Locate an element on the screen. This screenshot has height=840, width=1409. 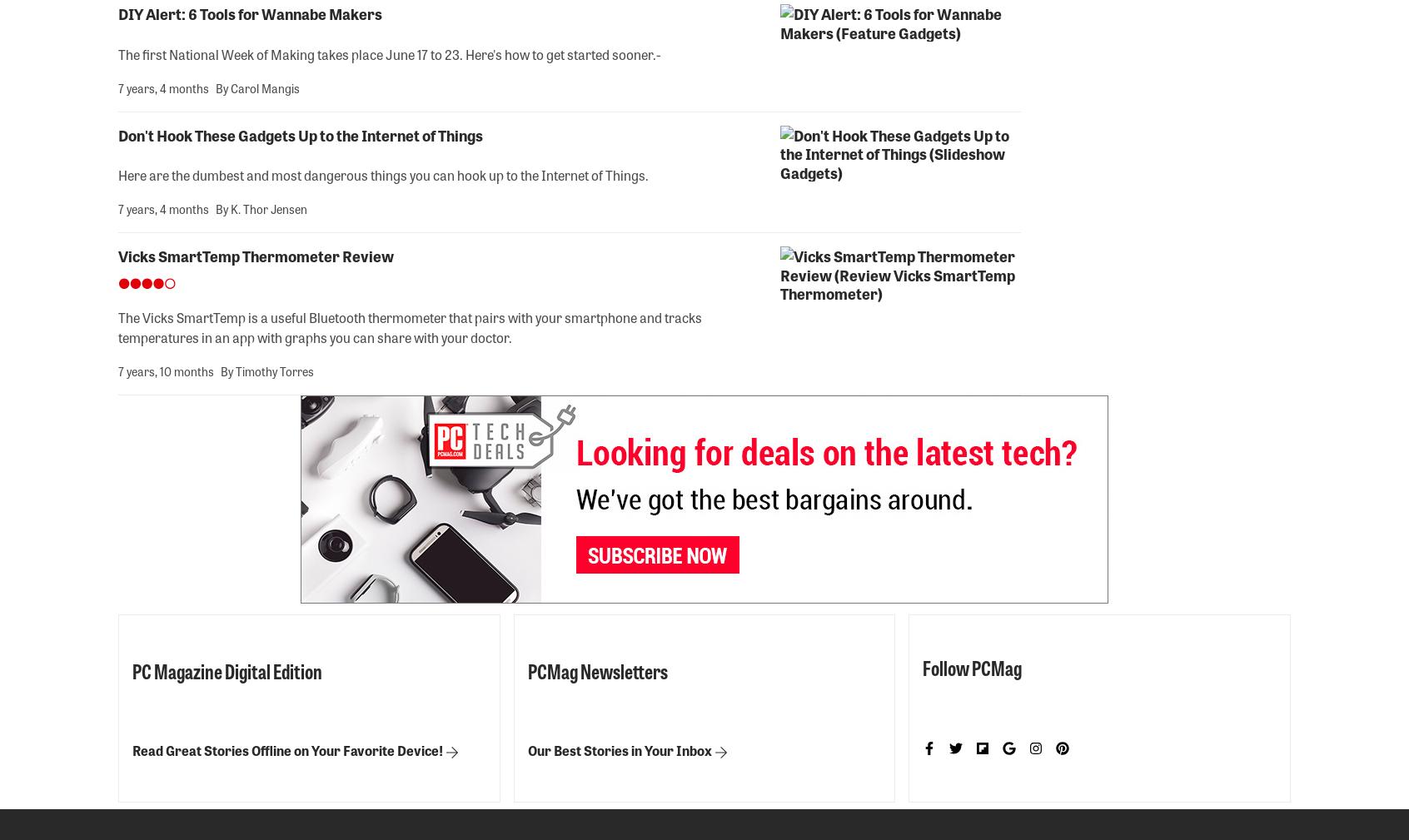
'Our Best Stories in Your Inbox' is located at coordinates (525, 749).